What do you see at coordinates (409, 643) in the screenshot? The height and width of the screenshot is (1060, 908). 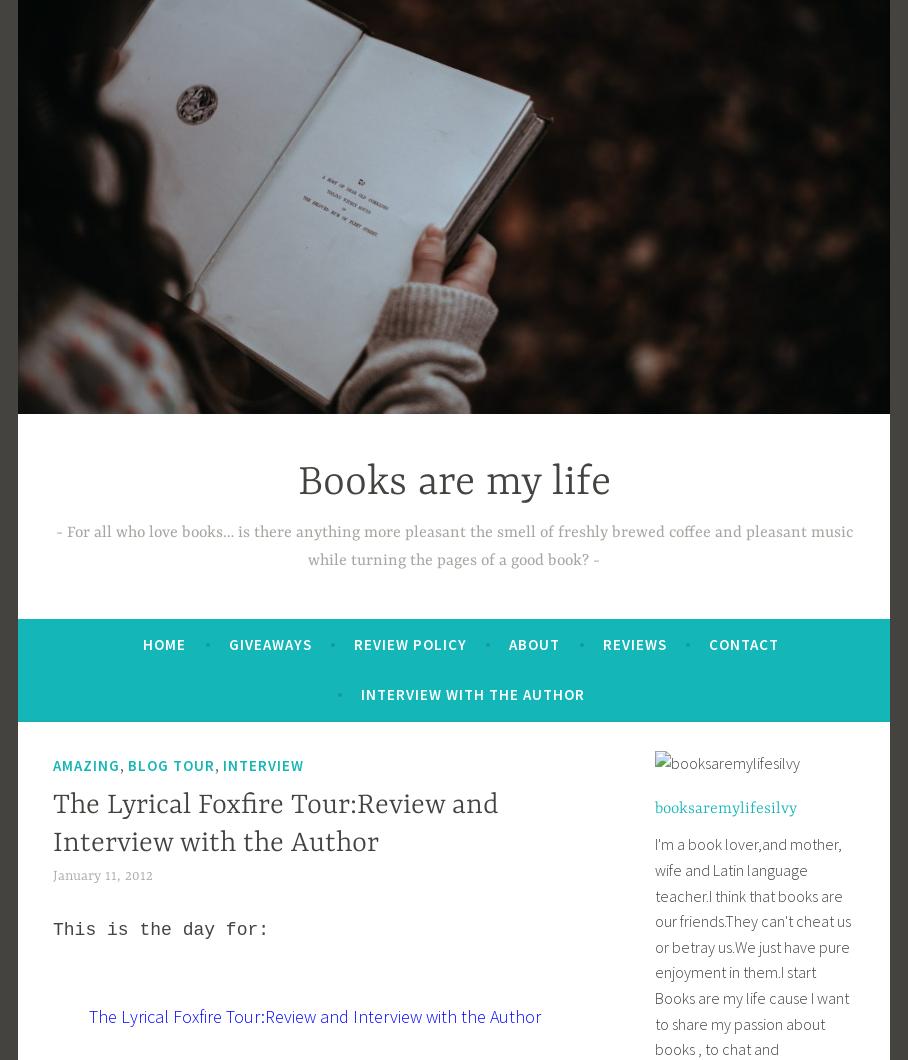 I see `'Review Policy'` at bounding box center [409, 643].